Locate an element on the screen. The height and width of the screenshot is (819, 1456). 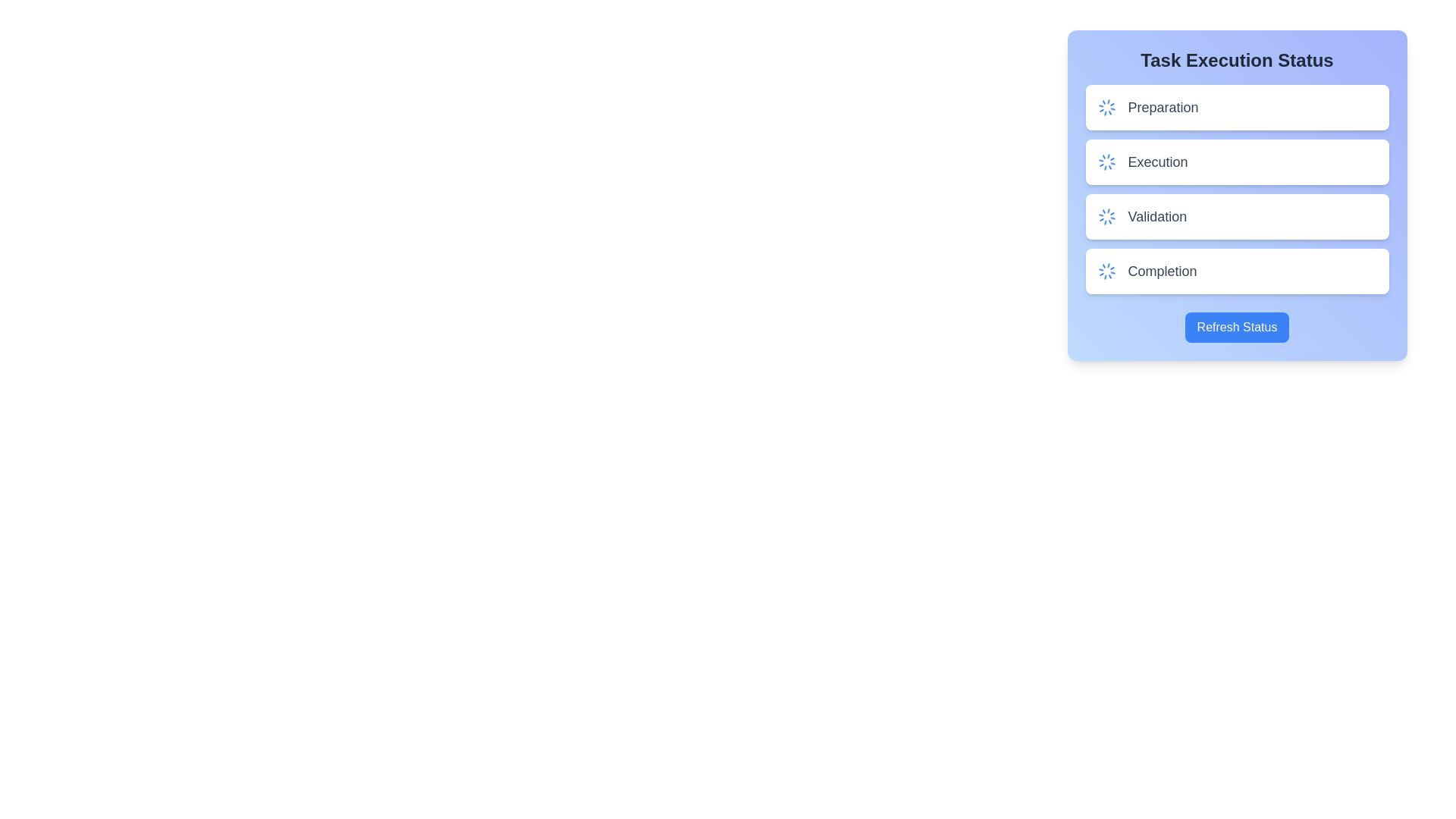
the blue circular animated spinner indicating a loading state, located at the bottommost 'Completion' section in the task list is located at coordinates (1106, 271).